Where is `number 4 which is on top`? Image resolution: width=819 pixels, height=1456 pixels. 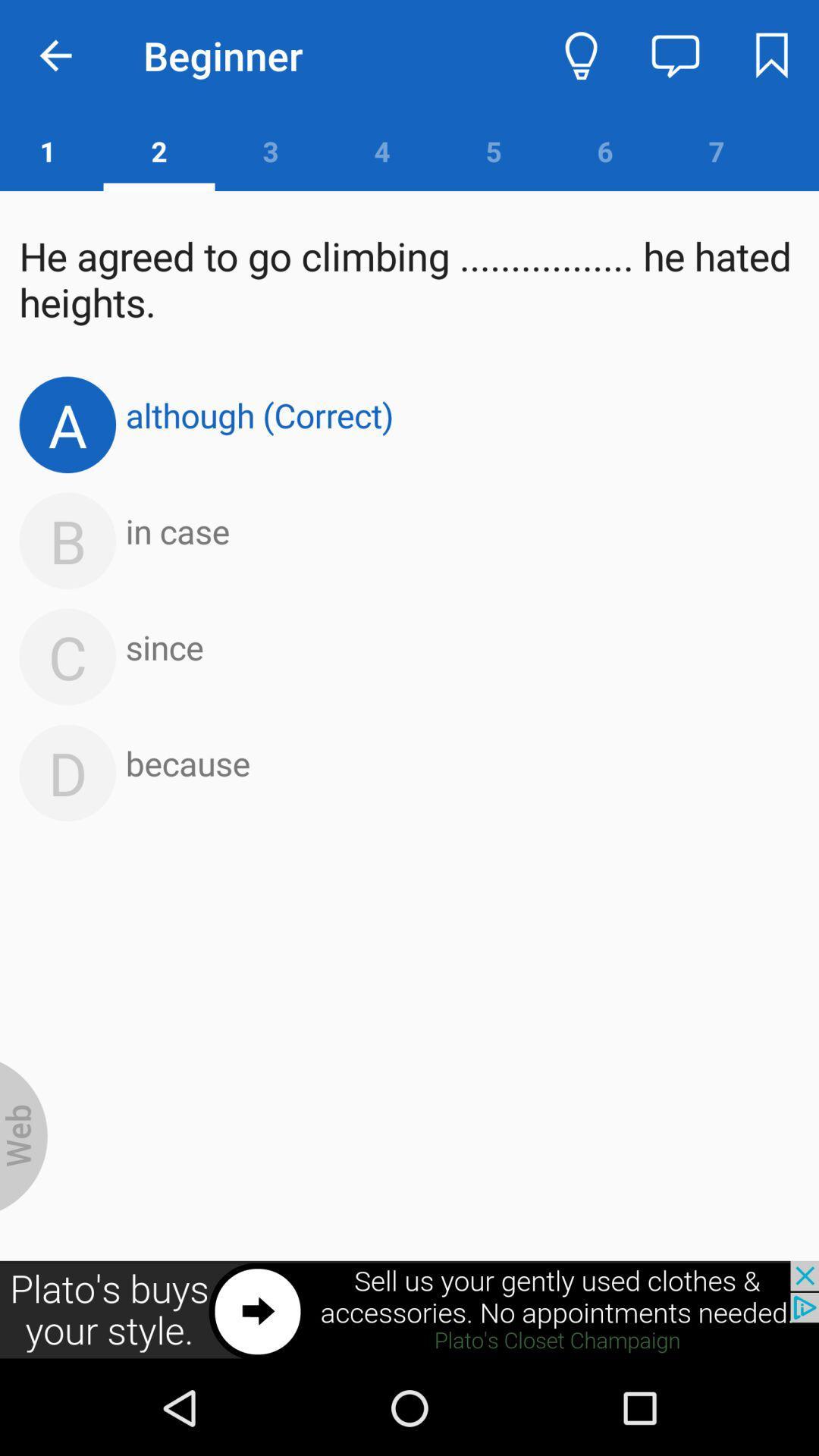 number 4 which is on top is located at coordinates (381, 151).